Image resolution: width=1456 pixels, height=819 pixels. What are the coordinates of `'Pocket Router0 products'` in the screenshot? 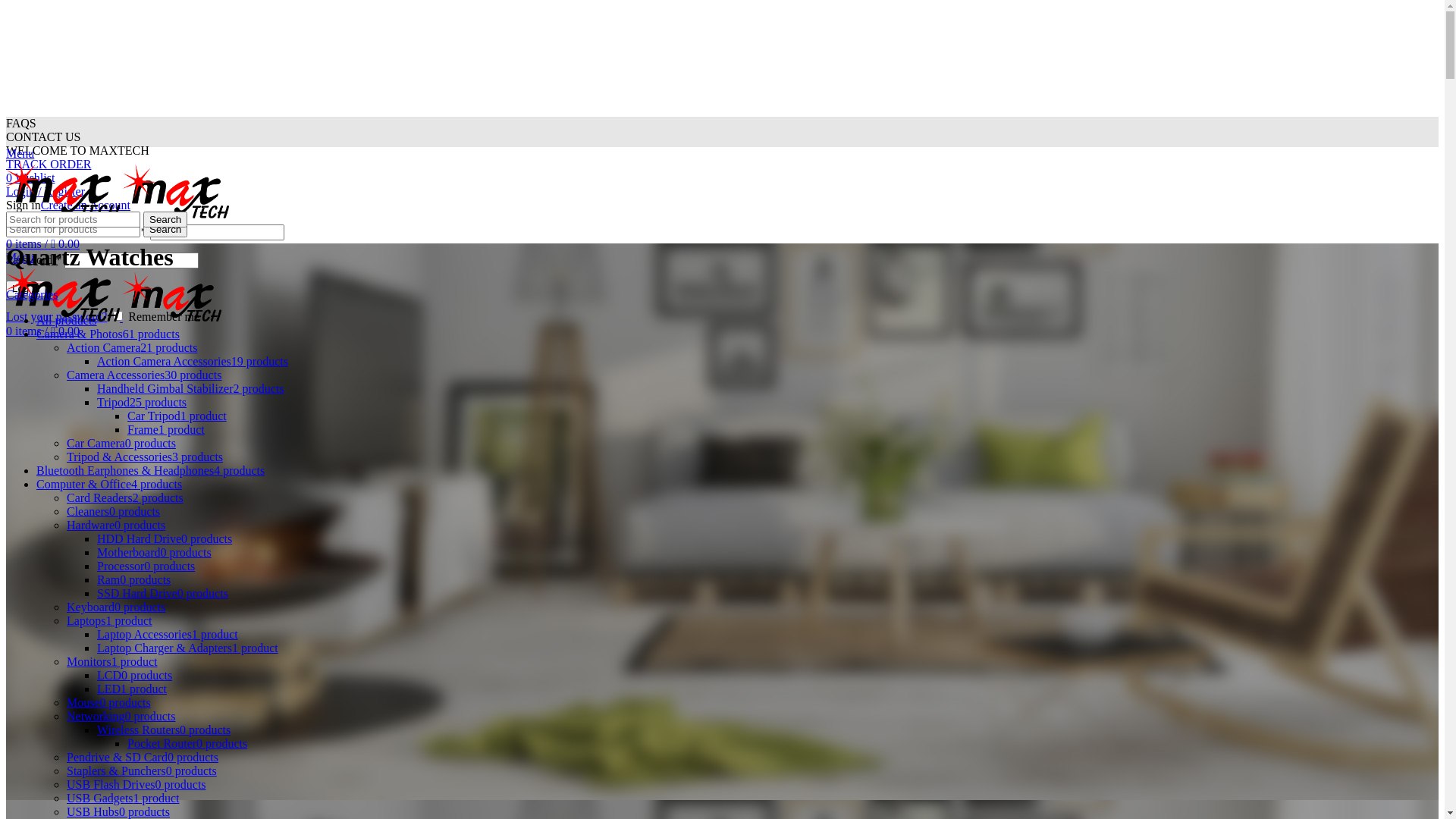 It's located at (186, 742).